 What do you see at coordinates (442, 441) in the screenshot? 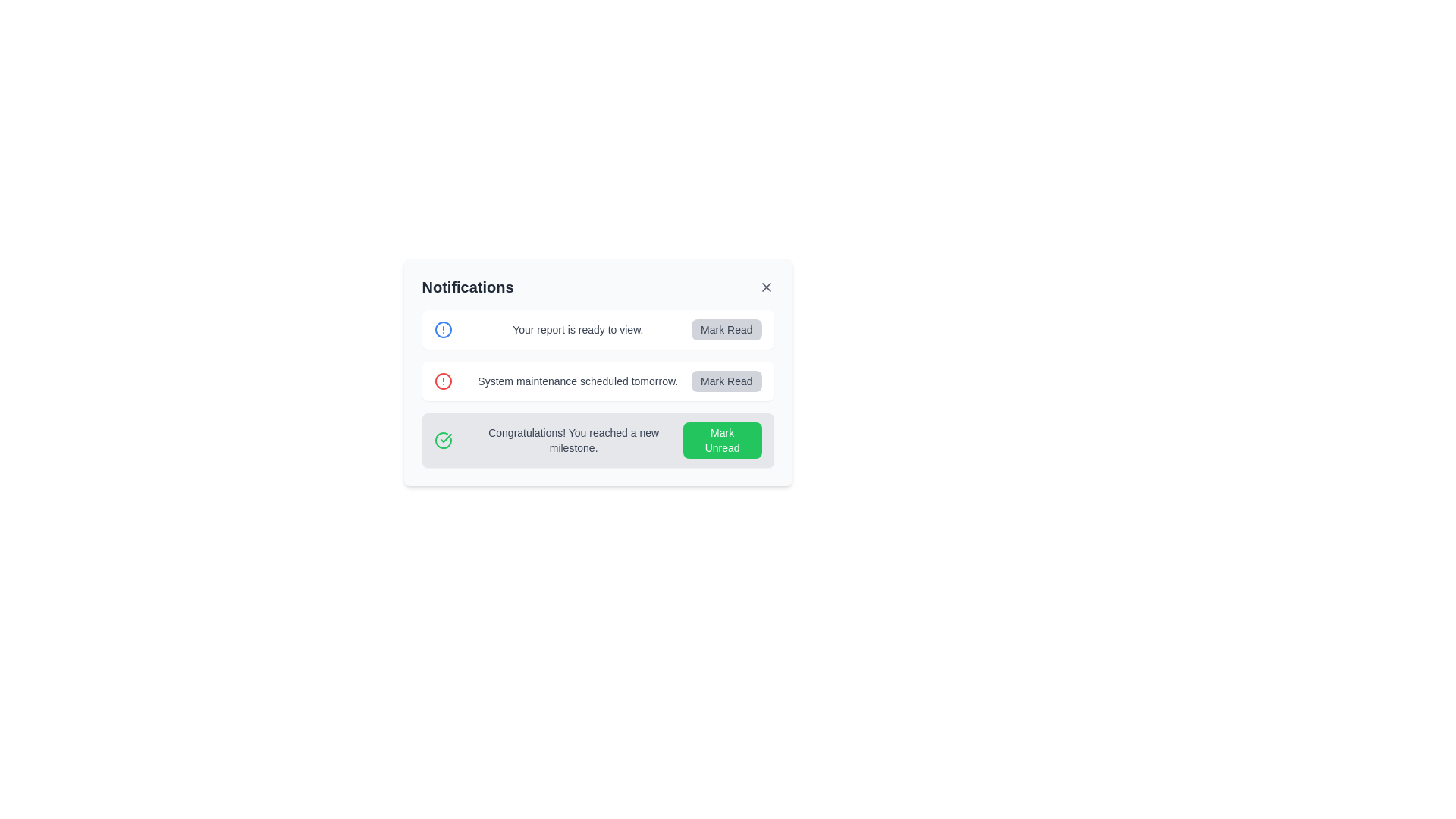
I see `the success indicator icon located on the left side of the notification that displays the message 'Congratulations! You reached a new milestone.'` at bounding box center [442, 441].